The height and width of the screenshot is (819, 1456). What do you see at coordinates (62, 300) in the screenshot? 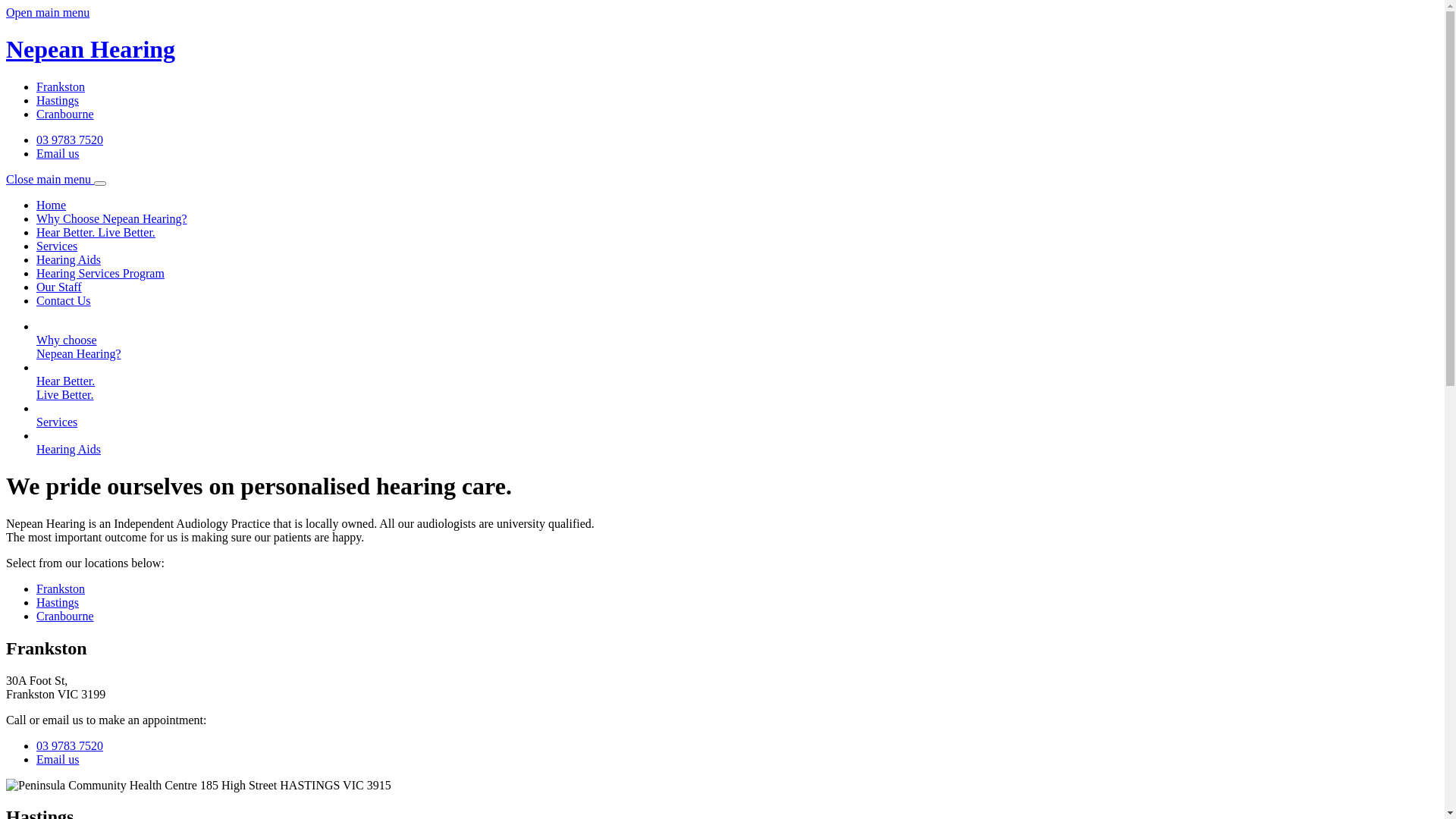
I see `'Contact Us'` at bounding box center [62, 300].